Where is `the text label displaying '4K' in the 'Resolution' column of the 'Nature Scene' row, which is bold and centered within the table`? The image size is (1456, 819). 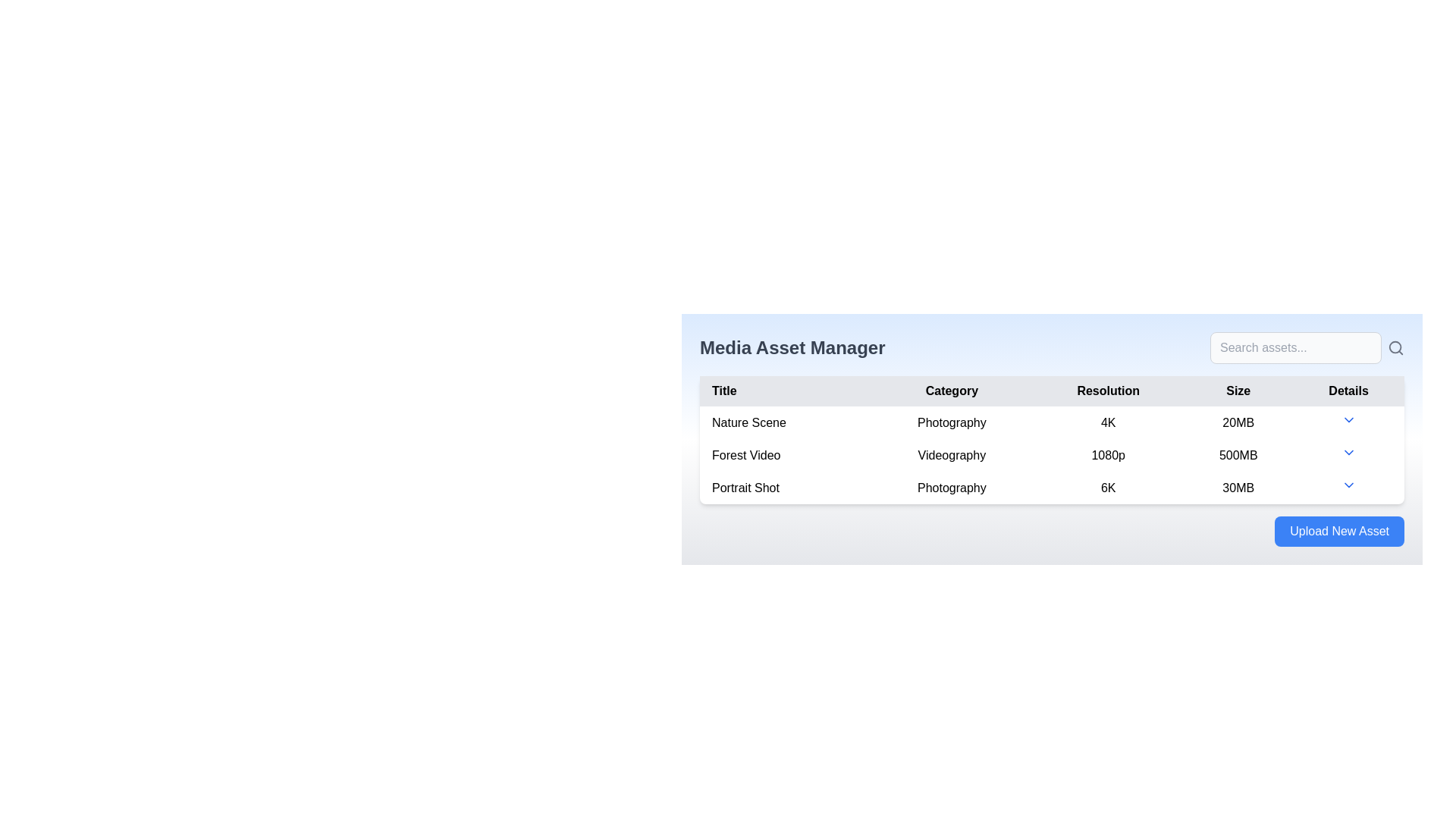 the text label displaying '4K' in the 'Resolution' column of the 'Nature Scene' row, which is bold and centered within the table is located at coordinates (1108, 422).